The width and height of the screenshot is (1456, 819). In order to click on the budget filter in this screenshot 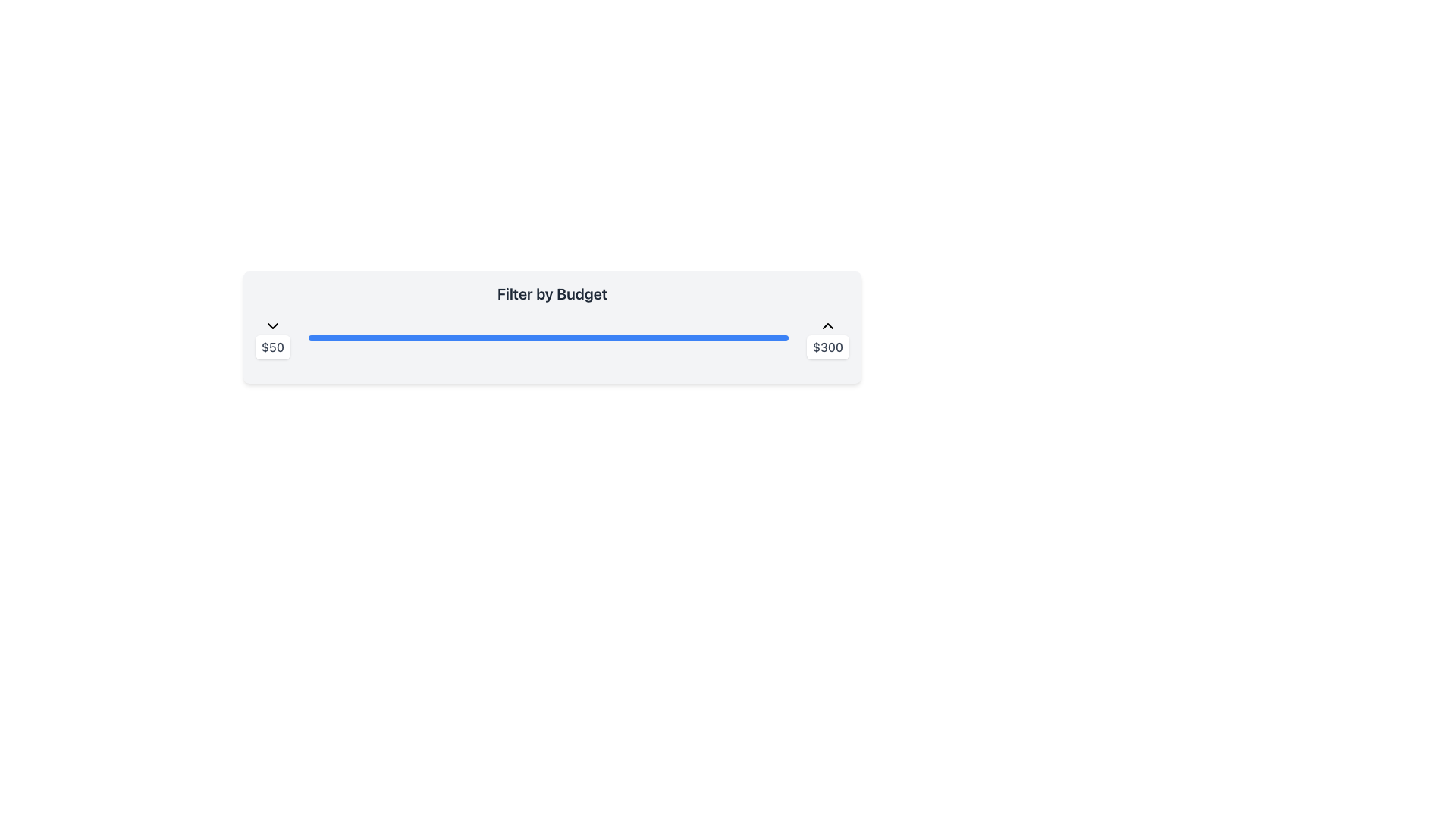, I will do `click(711, 337)`.